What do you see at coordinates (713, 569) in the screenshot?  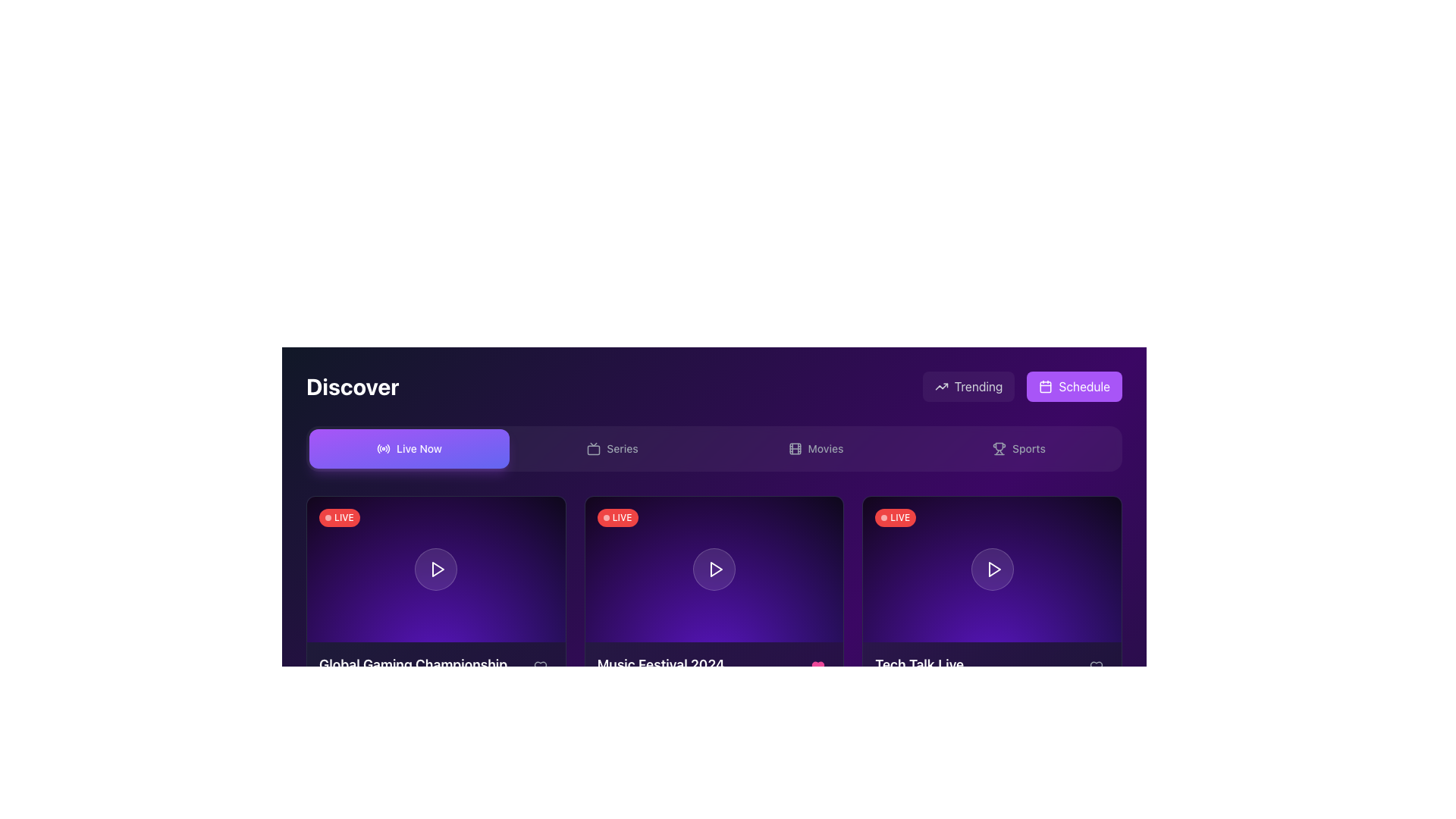 I see `the second clickable content block with an embedded play button` at bounding box center [713, 569].